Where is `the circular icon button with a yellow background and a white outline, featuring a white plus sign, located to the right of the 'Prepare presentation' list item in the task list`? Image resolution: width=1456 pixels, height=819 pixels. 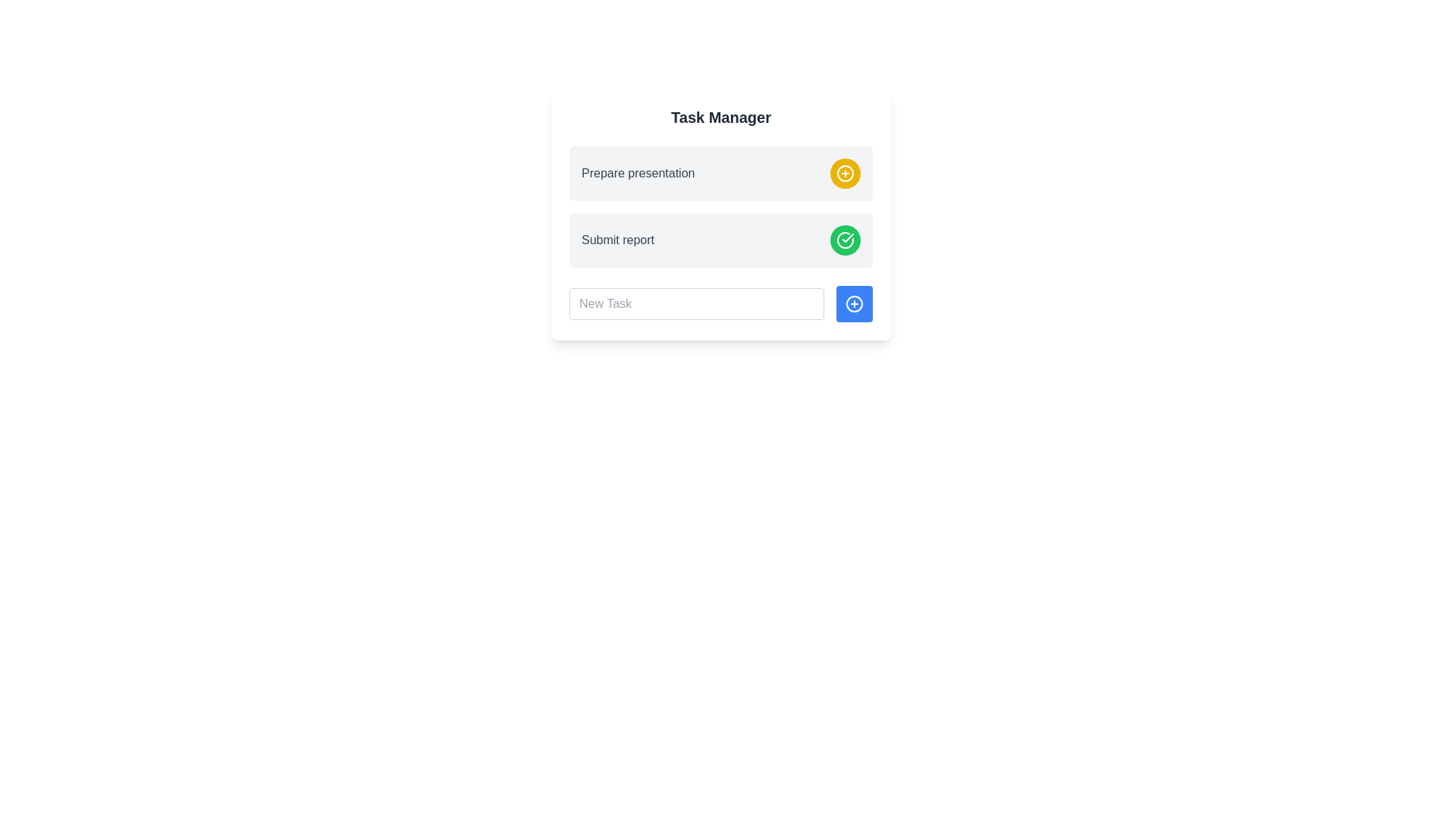
the circular icon button with a yellow background and a white outline, featuring a white plus sign, located to the right of the 'Prepare presentation' list item in the task list is located at coordinates (844, 172).